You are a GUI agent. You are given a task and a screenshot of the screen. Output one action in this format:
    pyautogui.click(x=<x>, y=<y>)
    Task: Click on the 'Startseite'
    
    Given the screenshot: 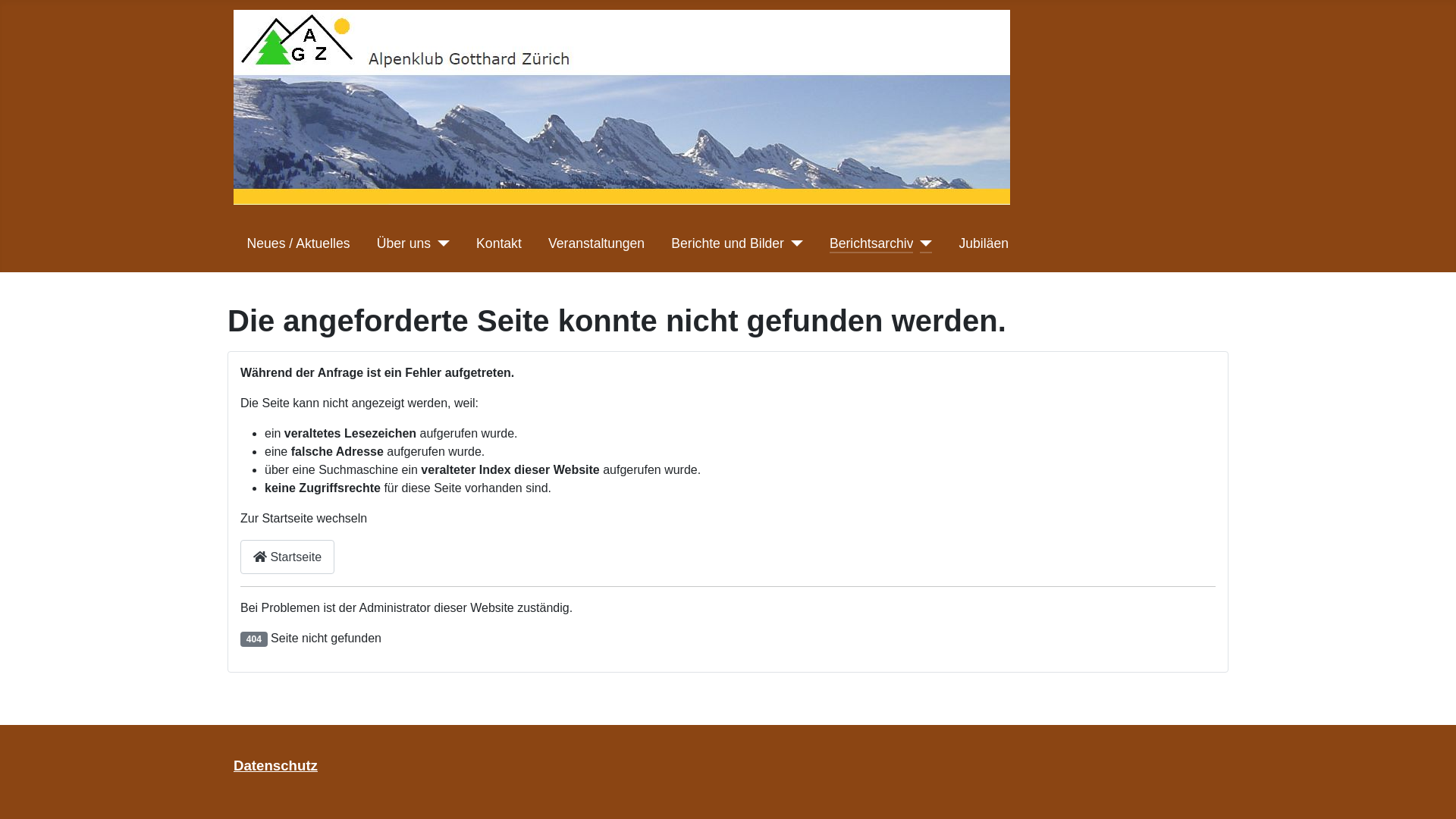 What is the action you would take?
    pyautogui.click(x=287, y=557)
    